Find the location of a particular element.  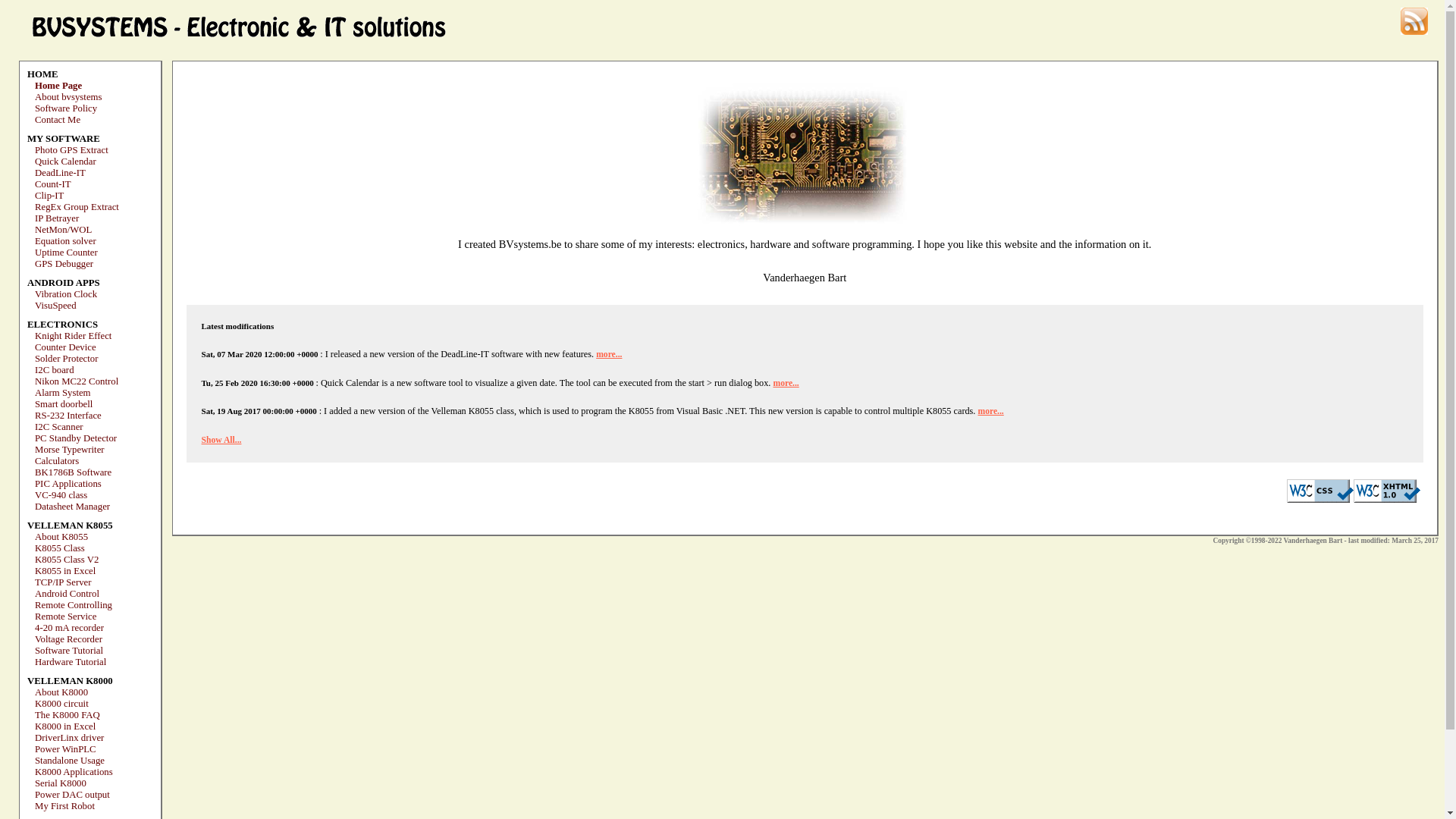

'PC Standby Detector' is located at coordinates (75, 438).